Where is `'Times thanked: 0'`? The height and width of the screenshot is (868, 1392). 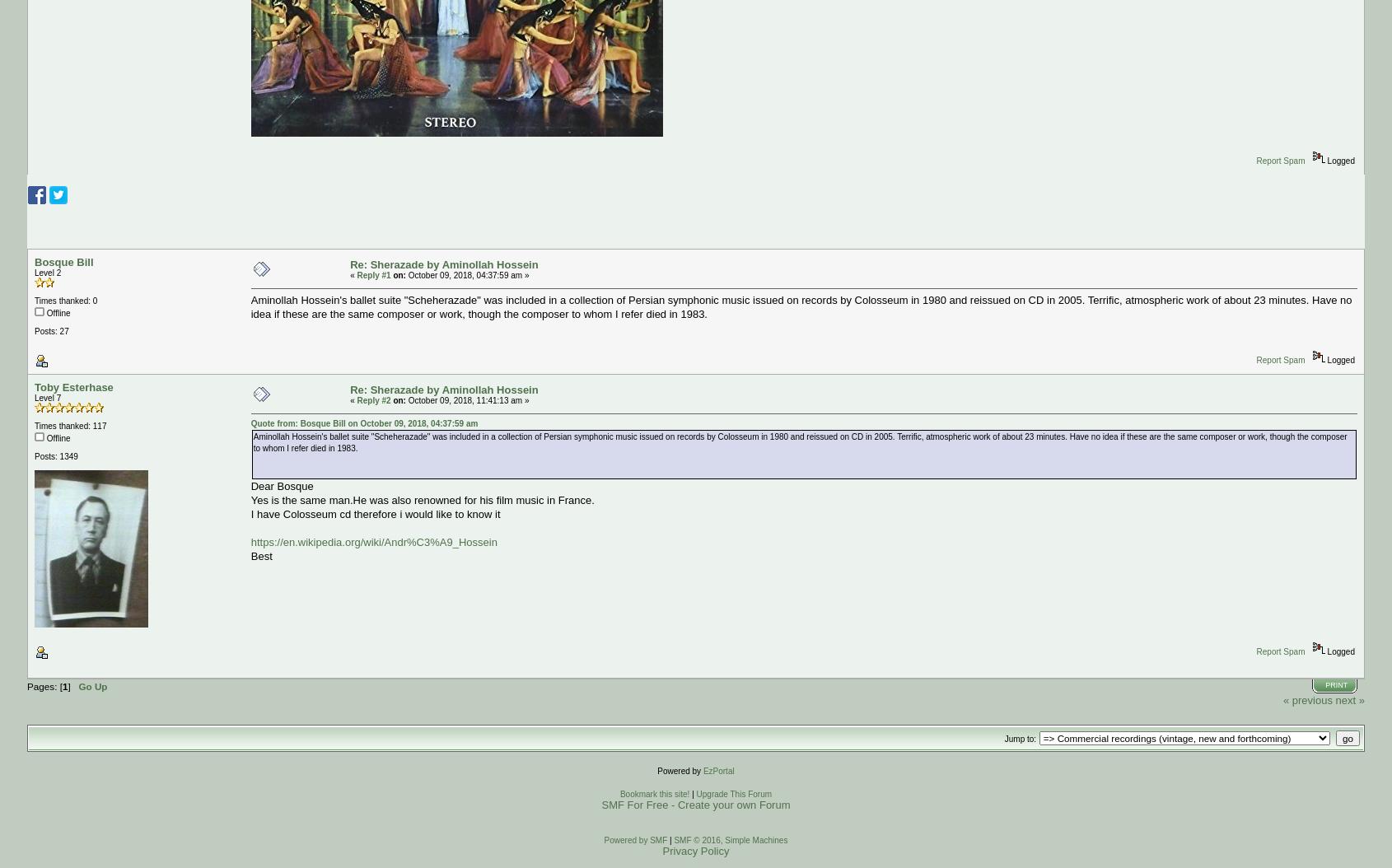
'Times thanked: 0' is located at coordinates (64, 301).